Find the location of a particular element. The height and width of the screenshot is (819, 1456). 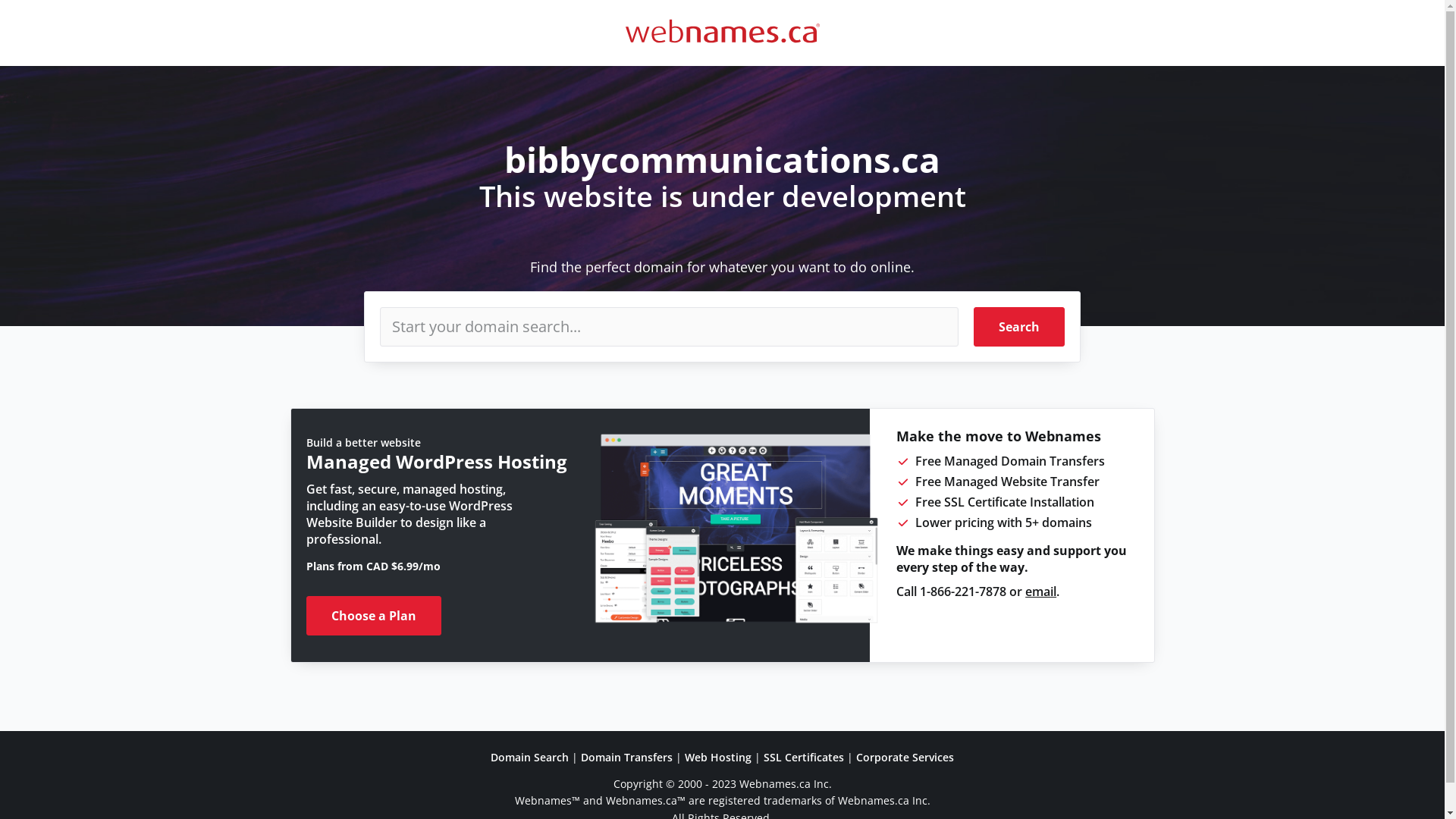

'1-866-221-7878' is located at coordinates (962, 590).